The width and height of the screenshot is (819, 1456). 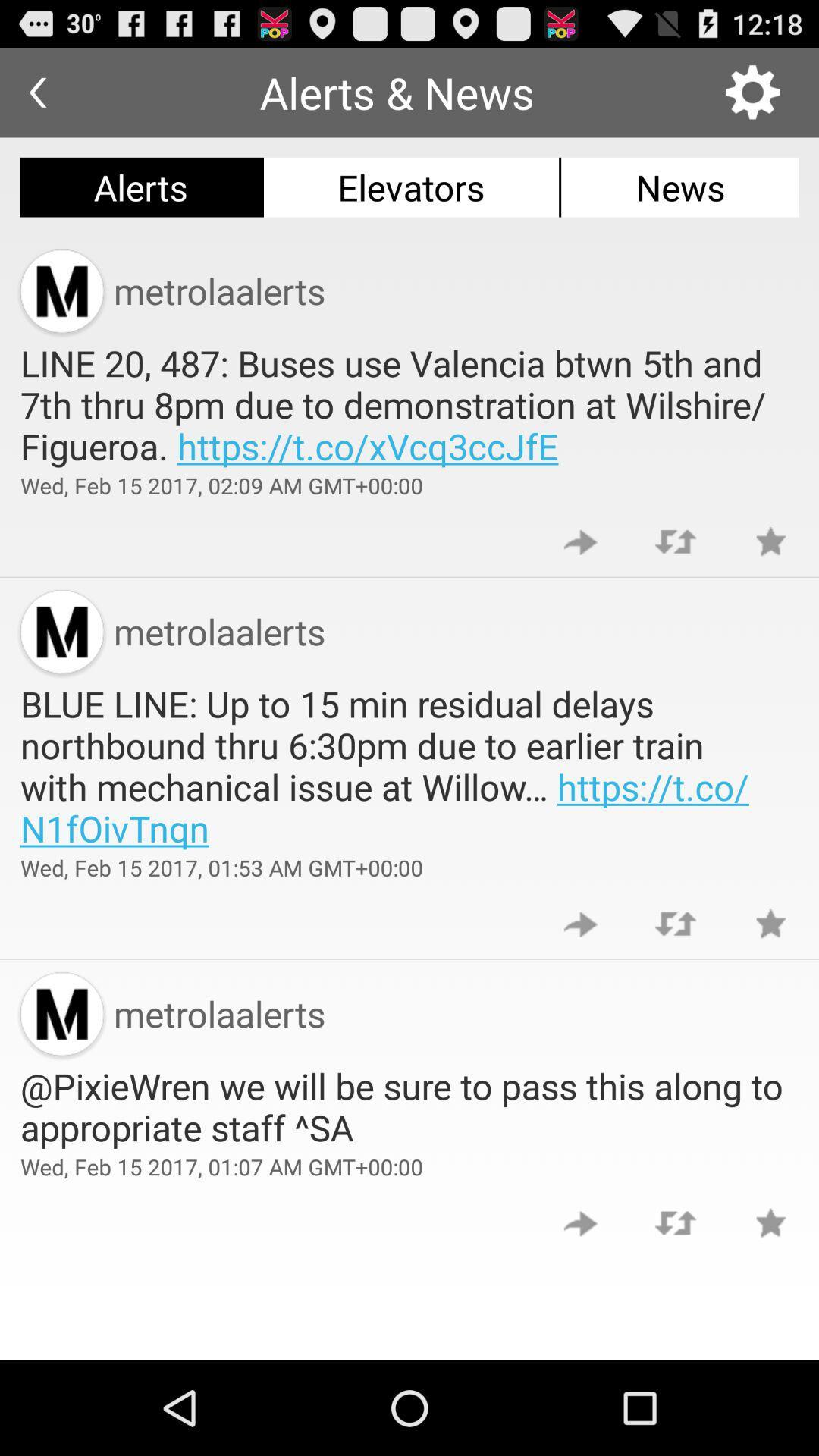 What do you see at coordinates (411, 187) in the screenshot?
I see `app below alerts & news app` at bounding box center [411, 187].